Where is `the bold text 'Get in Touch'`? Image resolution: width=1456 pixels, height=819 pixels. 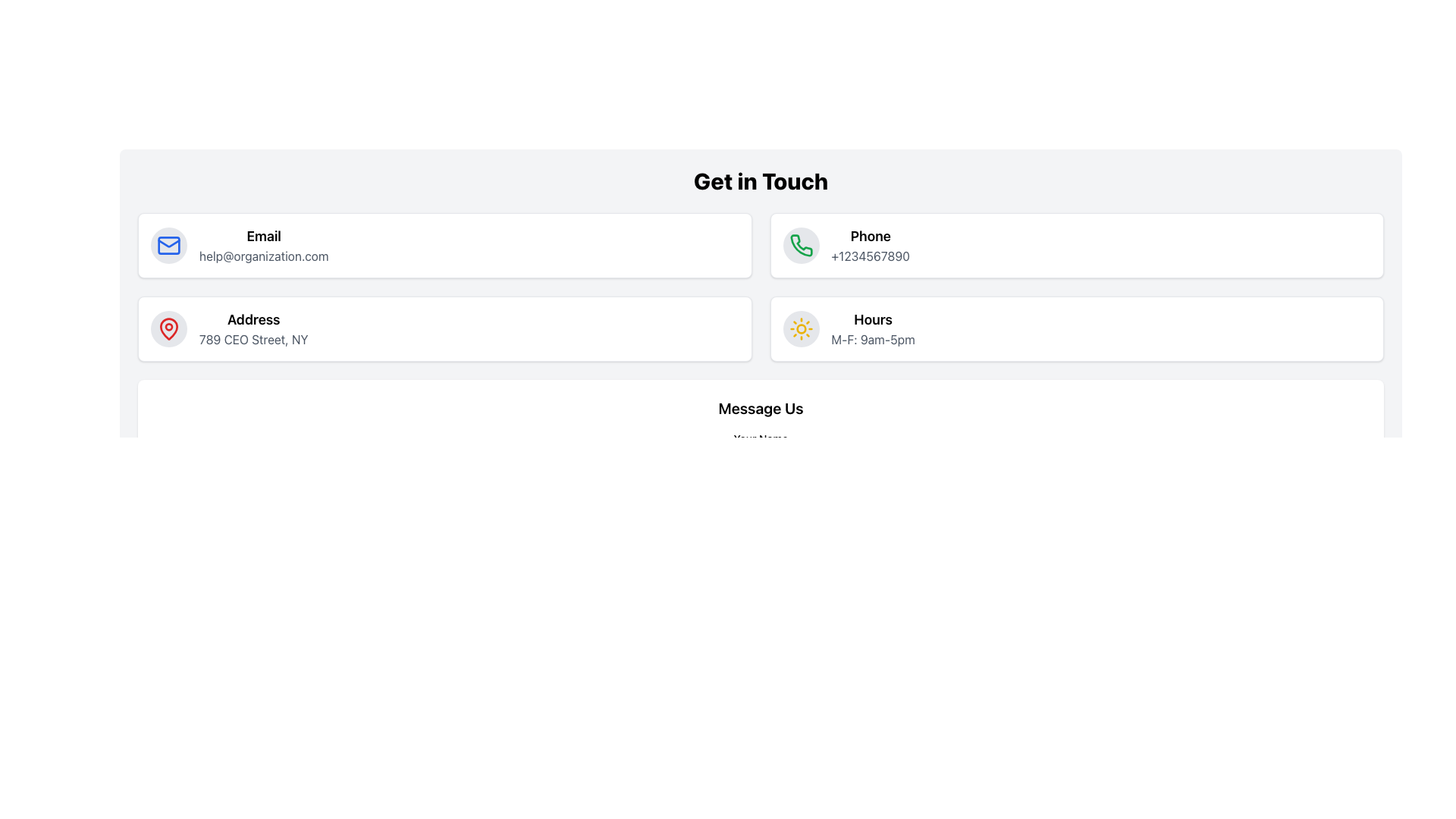
the bold text 'Get in Touch' is located at coordinates (761, 180).